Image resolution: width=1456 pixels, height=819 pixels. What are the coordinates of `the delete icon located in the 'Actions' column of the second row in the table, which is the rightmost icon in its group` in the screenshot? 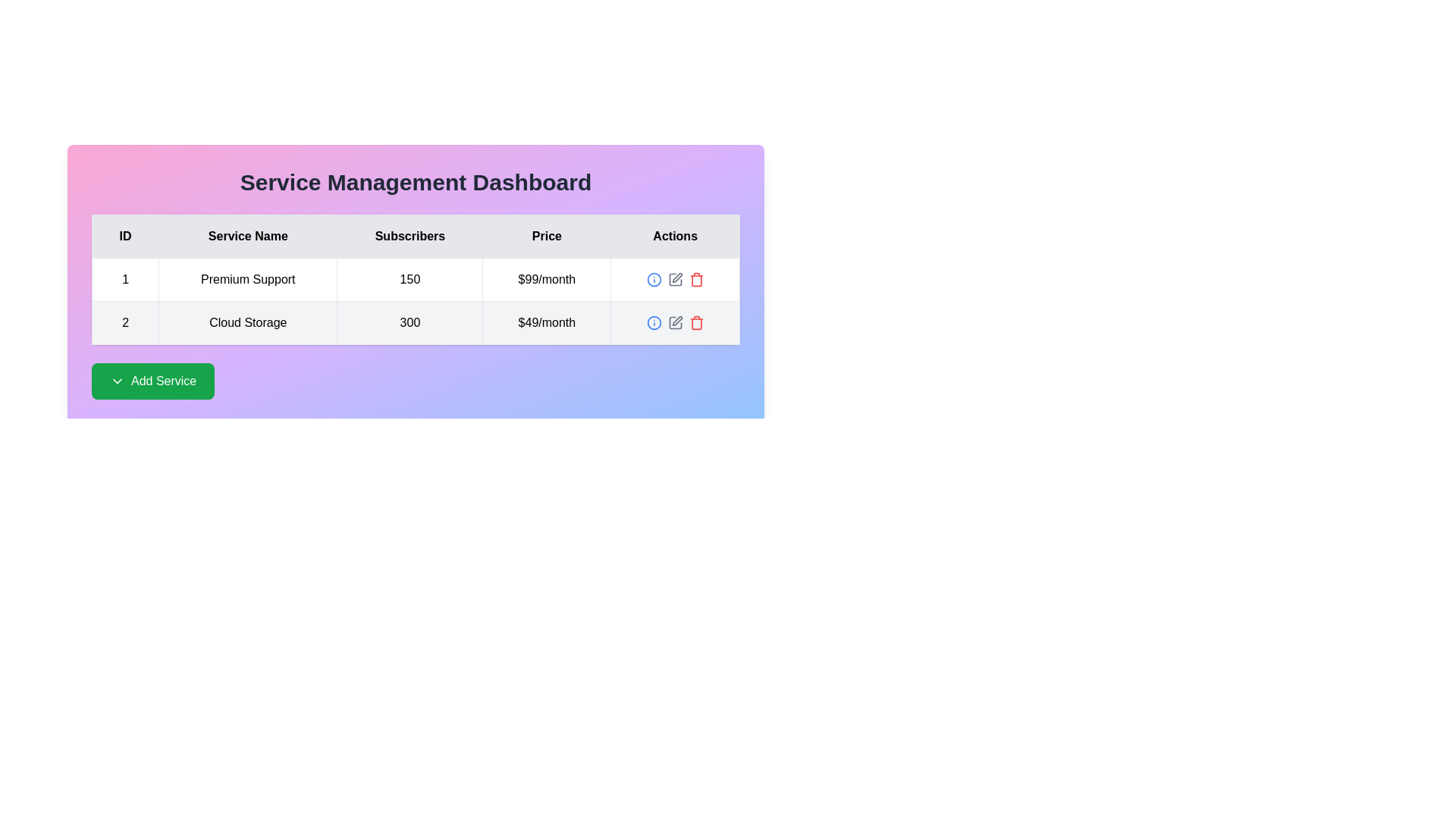 It's located at (695, 281).